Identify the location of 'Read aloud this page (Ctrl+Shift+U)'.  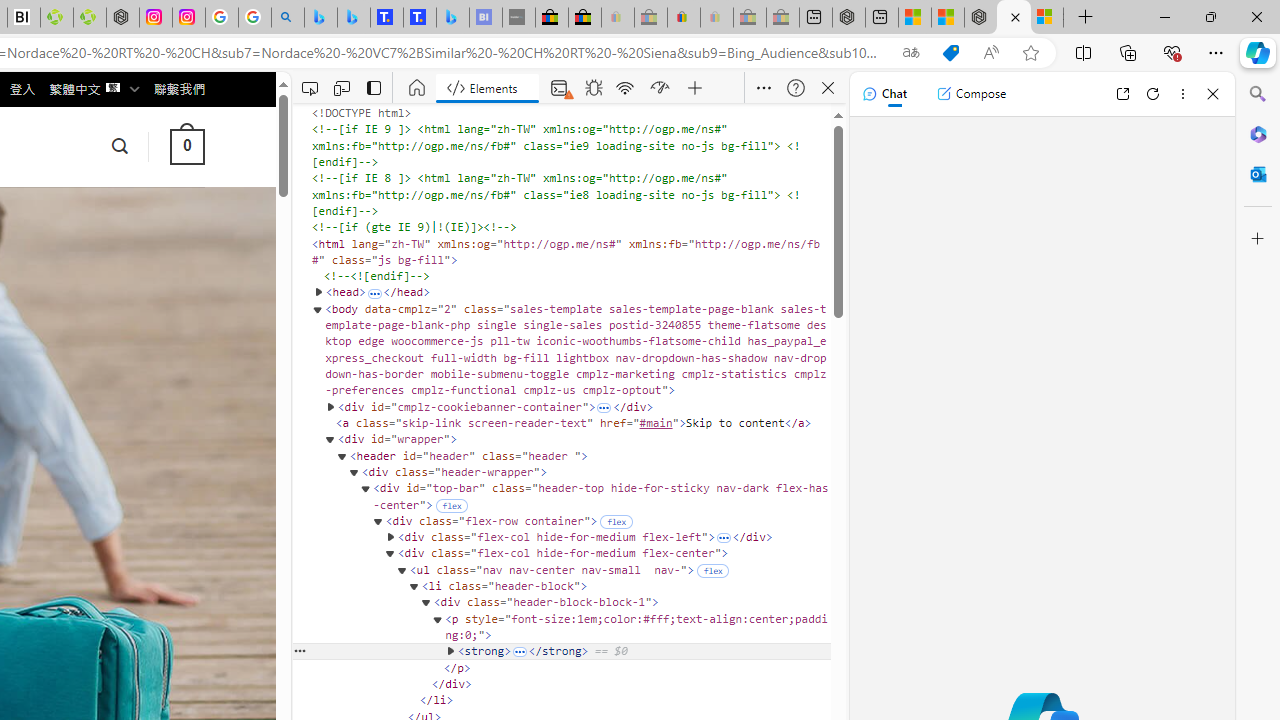
(991, 52).